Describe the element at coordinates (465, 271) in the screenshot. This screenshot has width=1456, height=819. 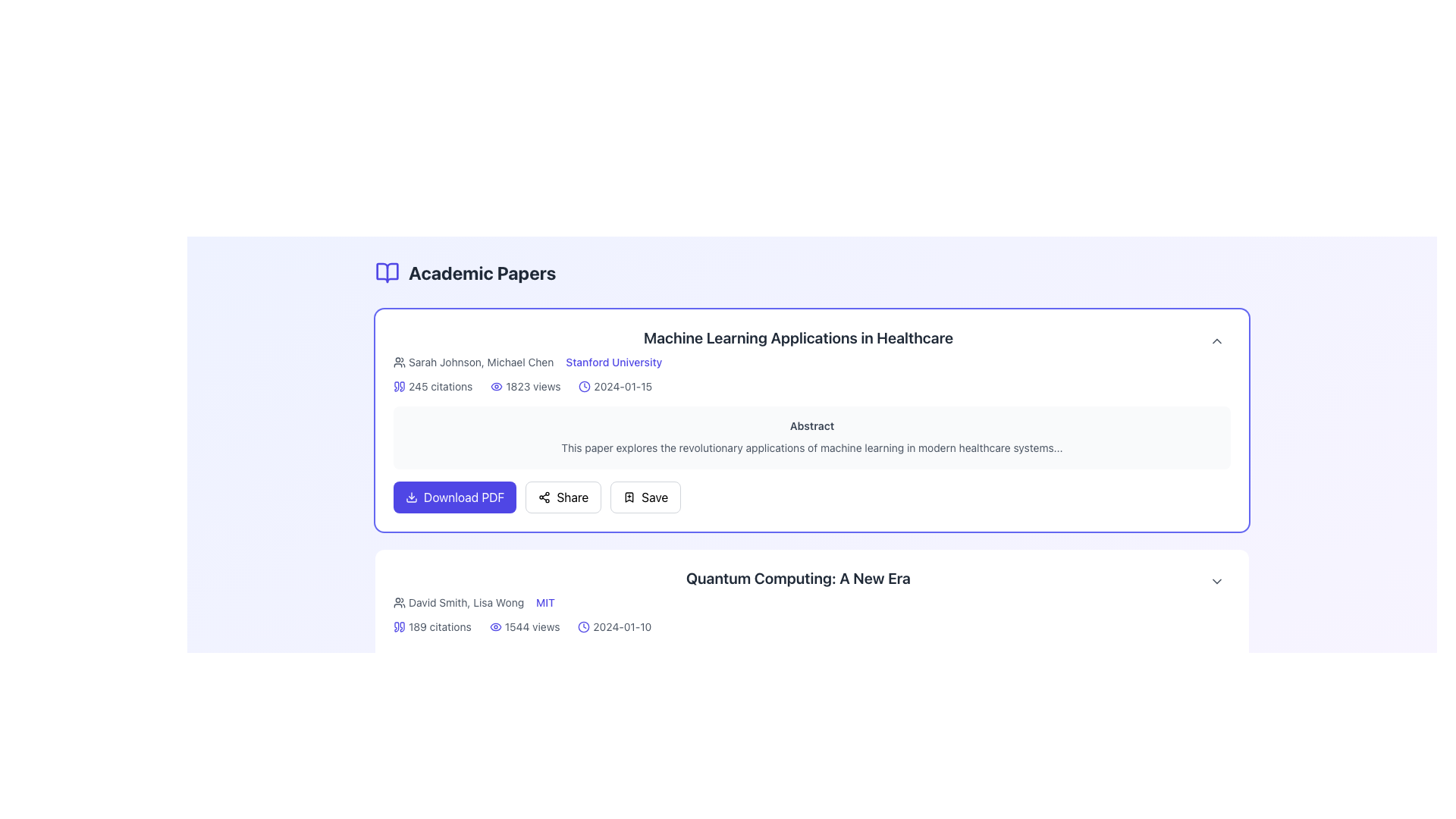
I see `the Header element that combines an opened book icon and the text 'Academic Papers', which is styled in bold and large font, located at the top section of the interface` at that location.